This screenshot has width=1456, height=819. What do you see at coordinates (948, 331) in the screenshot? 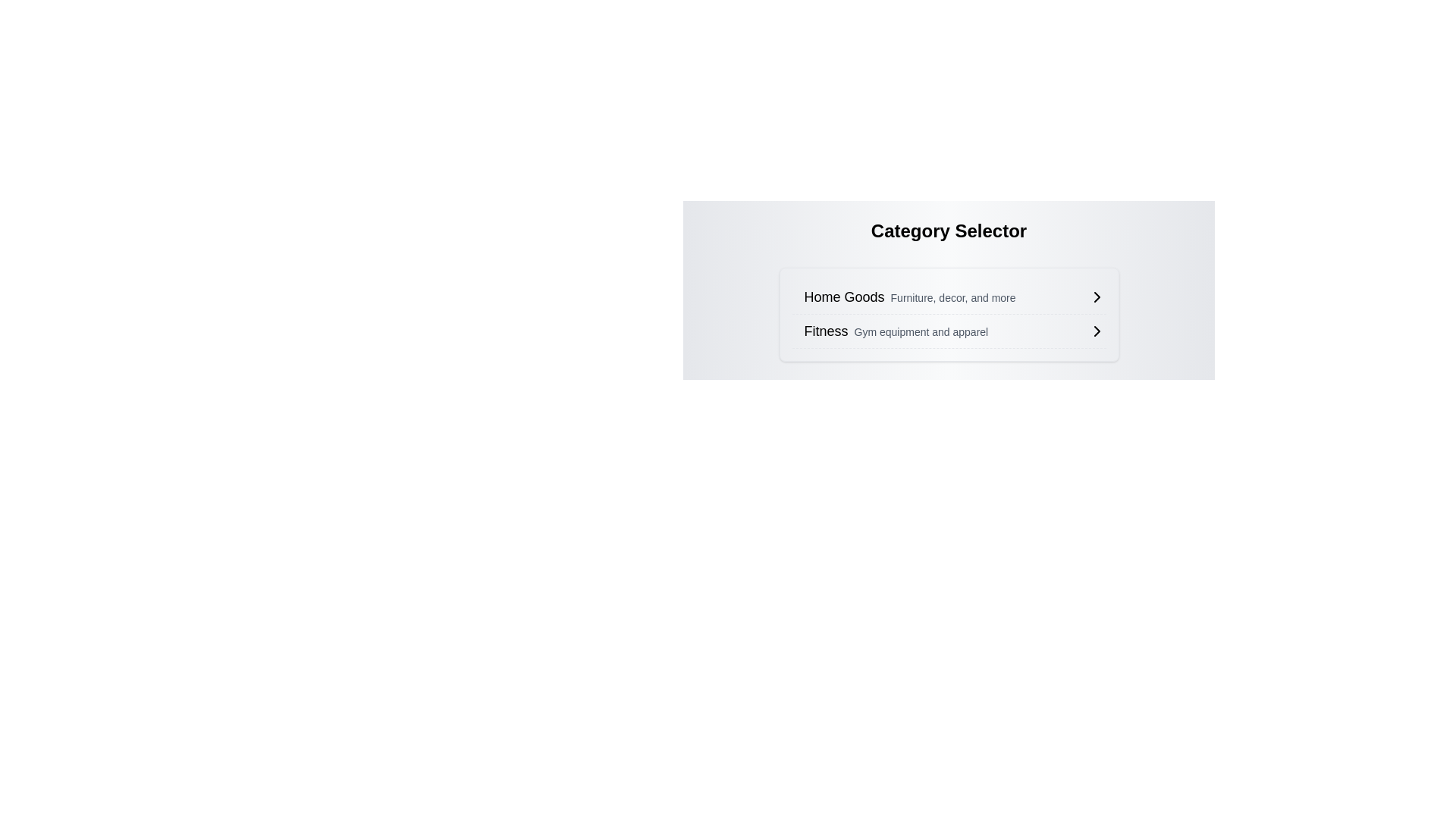
I see `the second item in the 'Category Selector' list, titled 'Fitness', which includes a bold title and a right-pointing chevron icon` at bounding box center [948, 331].